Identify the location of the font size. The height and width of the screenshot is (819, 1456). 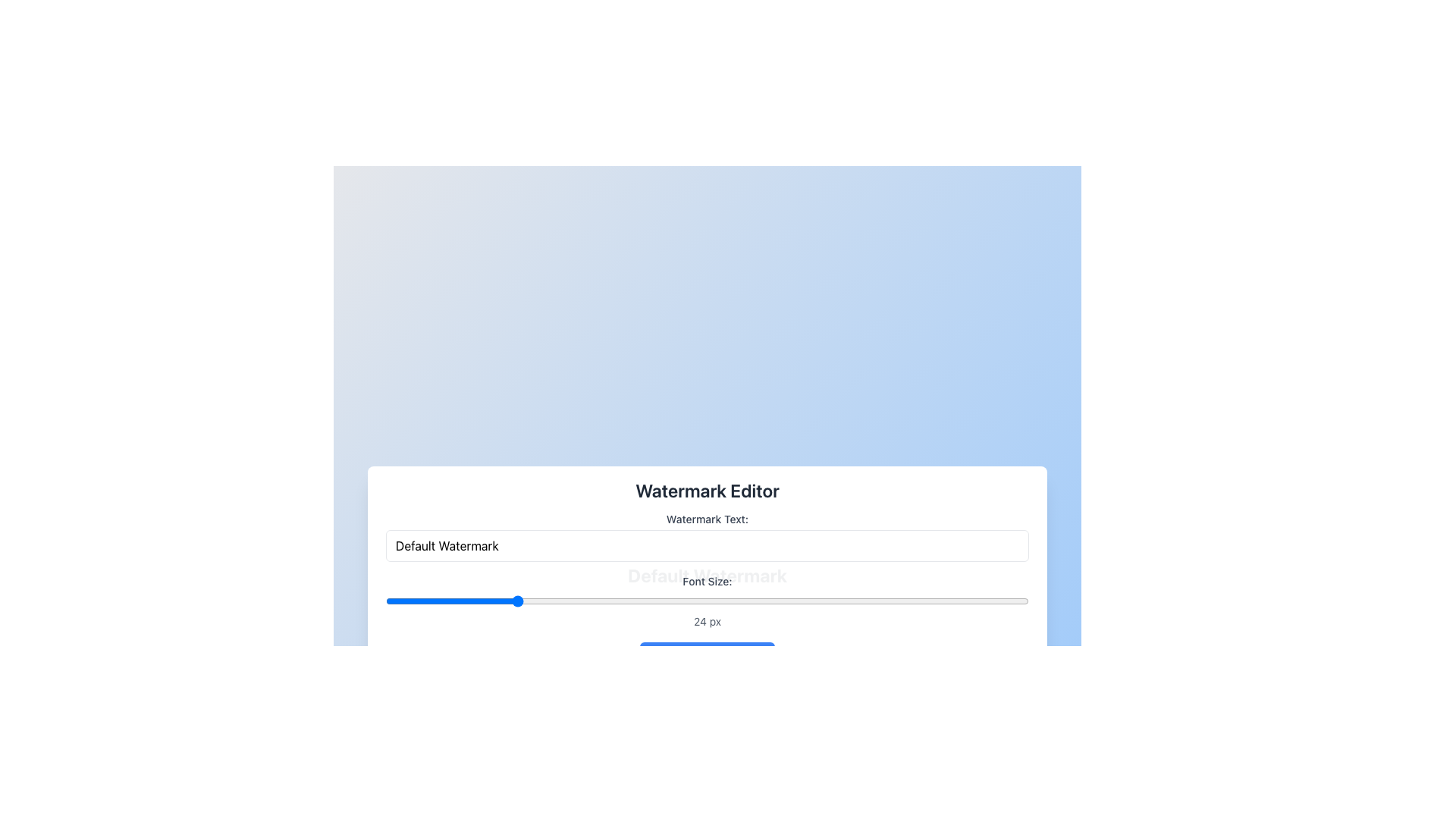
(725, 601).